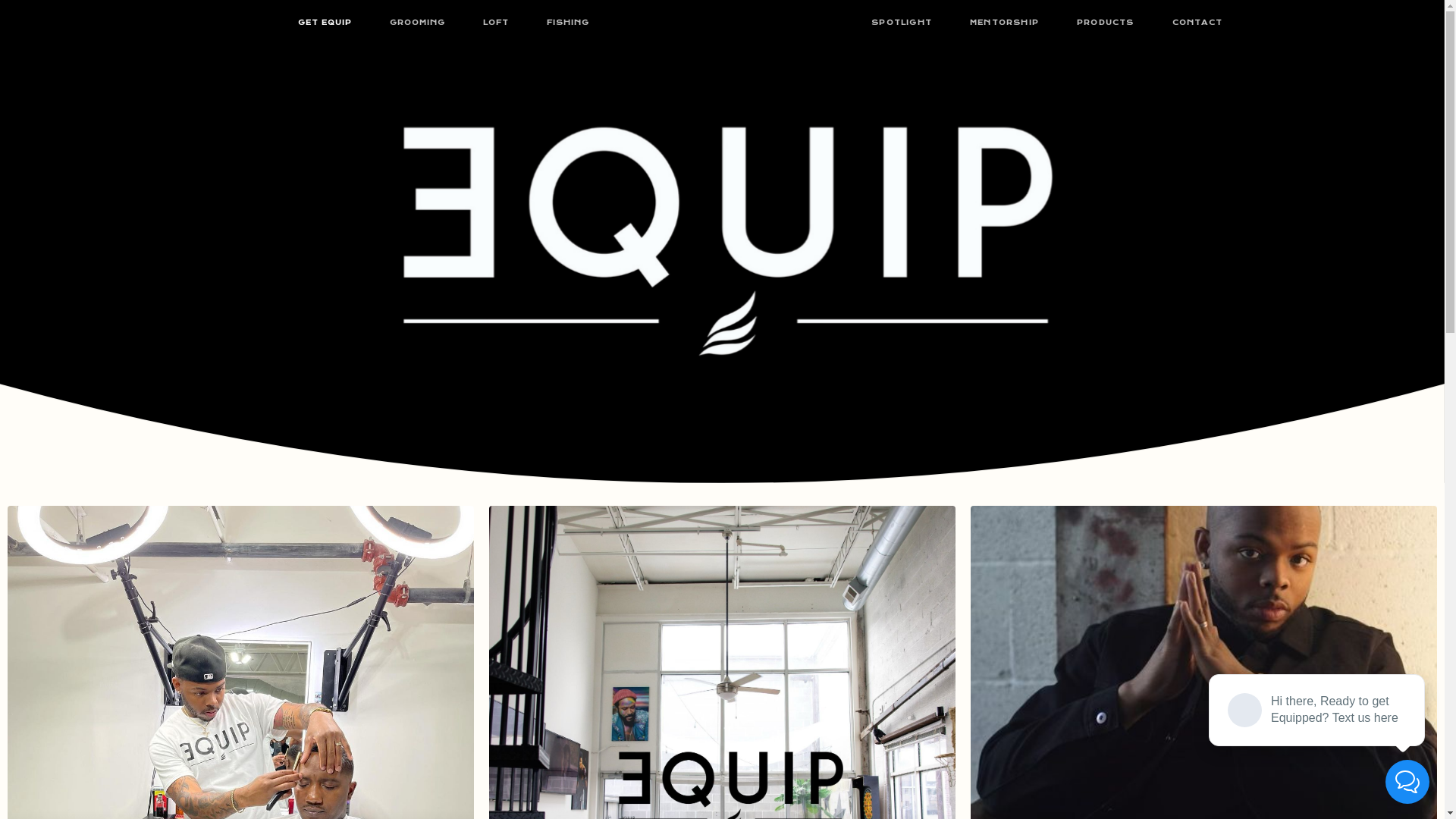 The height and width of the screenshot is (819, 1456). I want to click on 'GROOMING', so click(416, 23).